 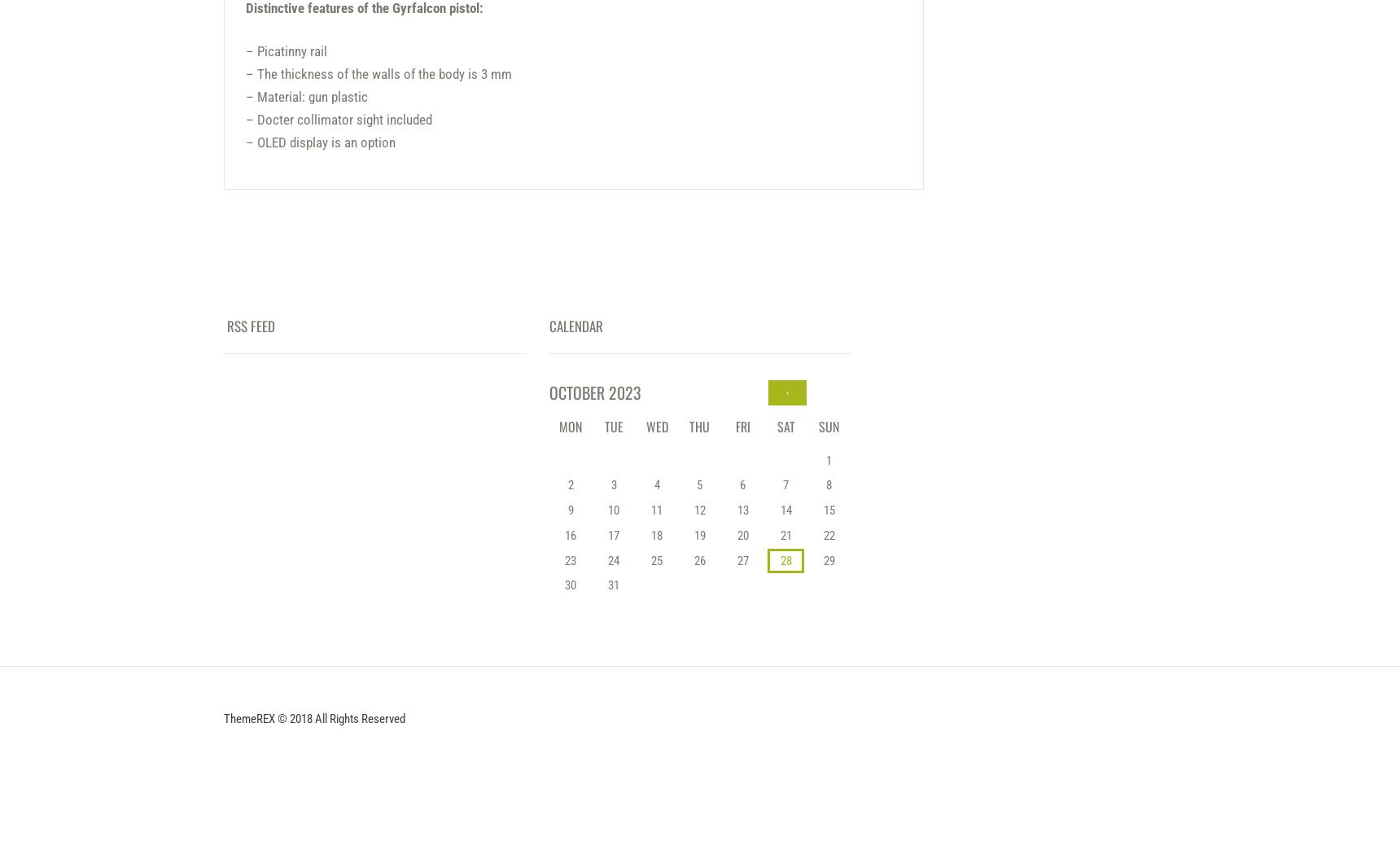 What do you see at coordinates (828, 485) in the screenshot?
I see `'8'` at bounding box center [828, 485].